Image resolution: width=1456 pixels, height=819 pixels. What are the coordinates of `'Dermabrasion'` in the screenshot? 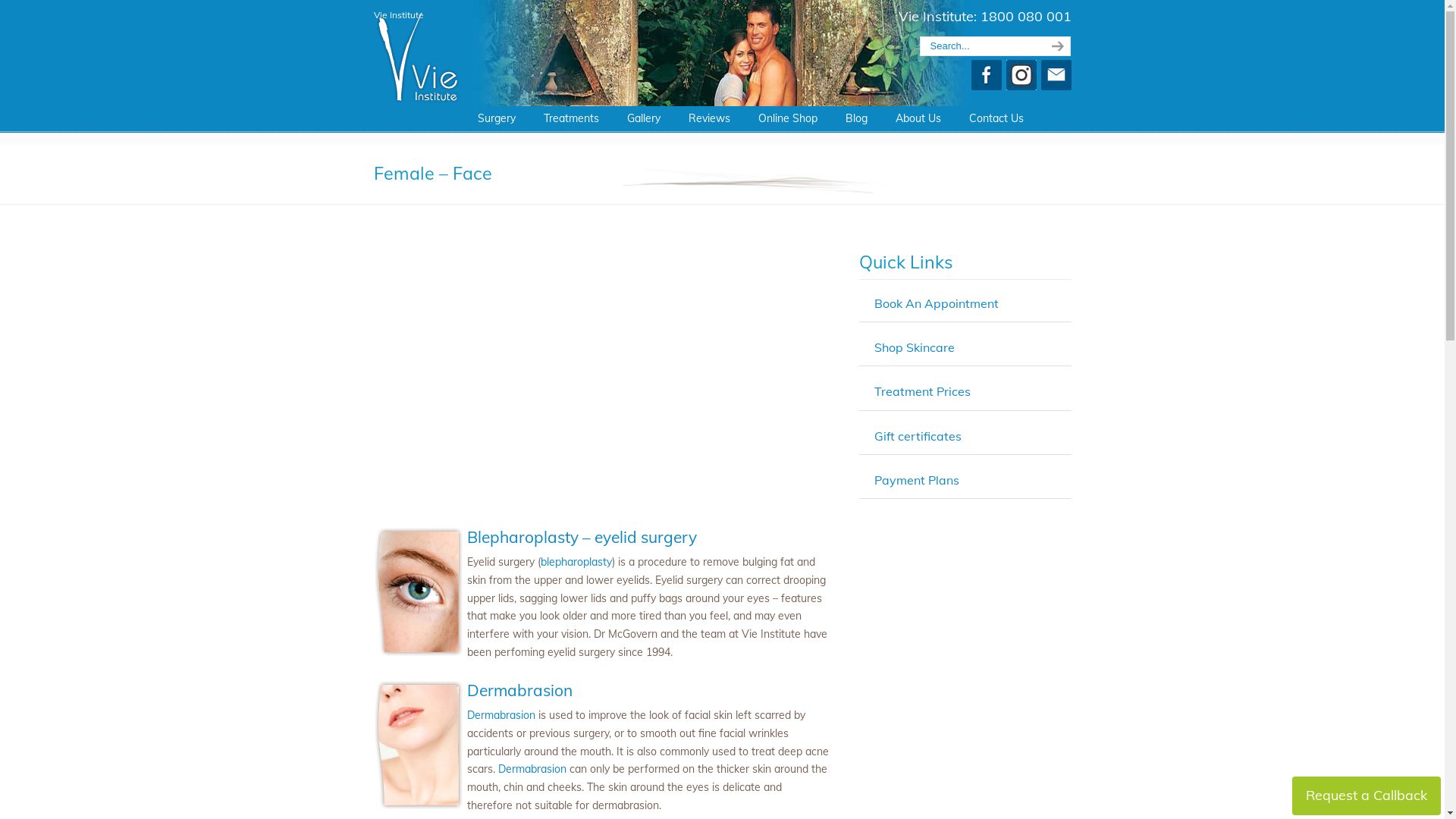 It's located at (519, 690).